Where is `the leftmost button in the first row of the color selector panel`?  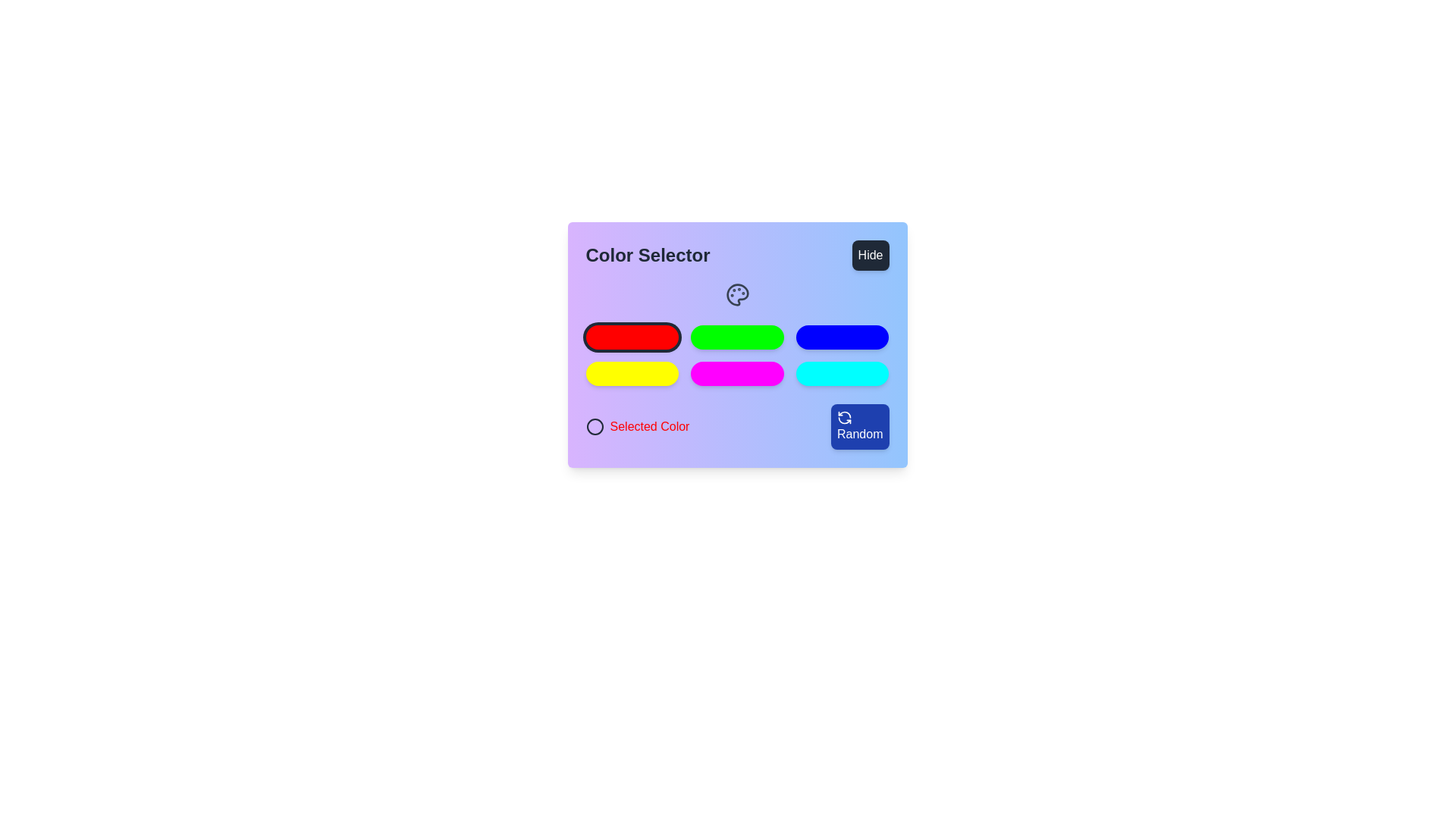
the leftmost button in the first row of the color selector panel is located at coordinates (632, 336).